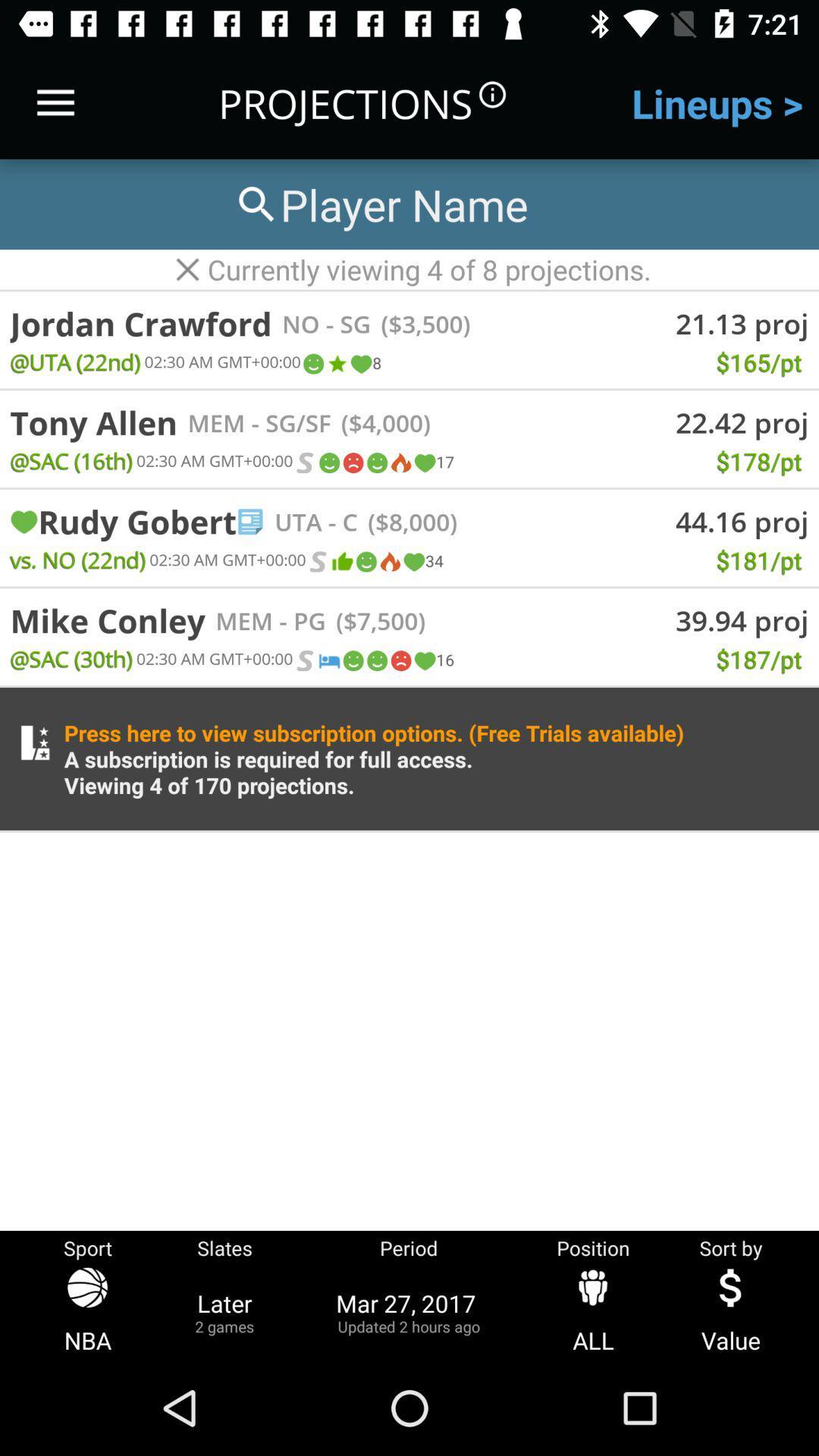  I want to click on icon below the no, so click(335, 364).